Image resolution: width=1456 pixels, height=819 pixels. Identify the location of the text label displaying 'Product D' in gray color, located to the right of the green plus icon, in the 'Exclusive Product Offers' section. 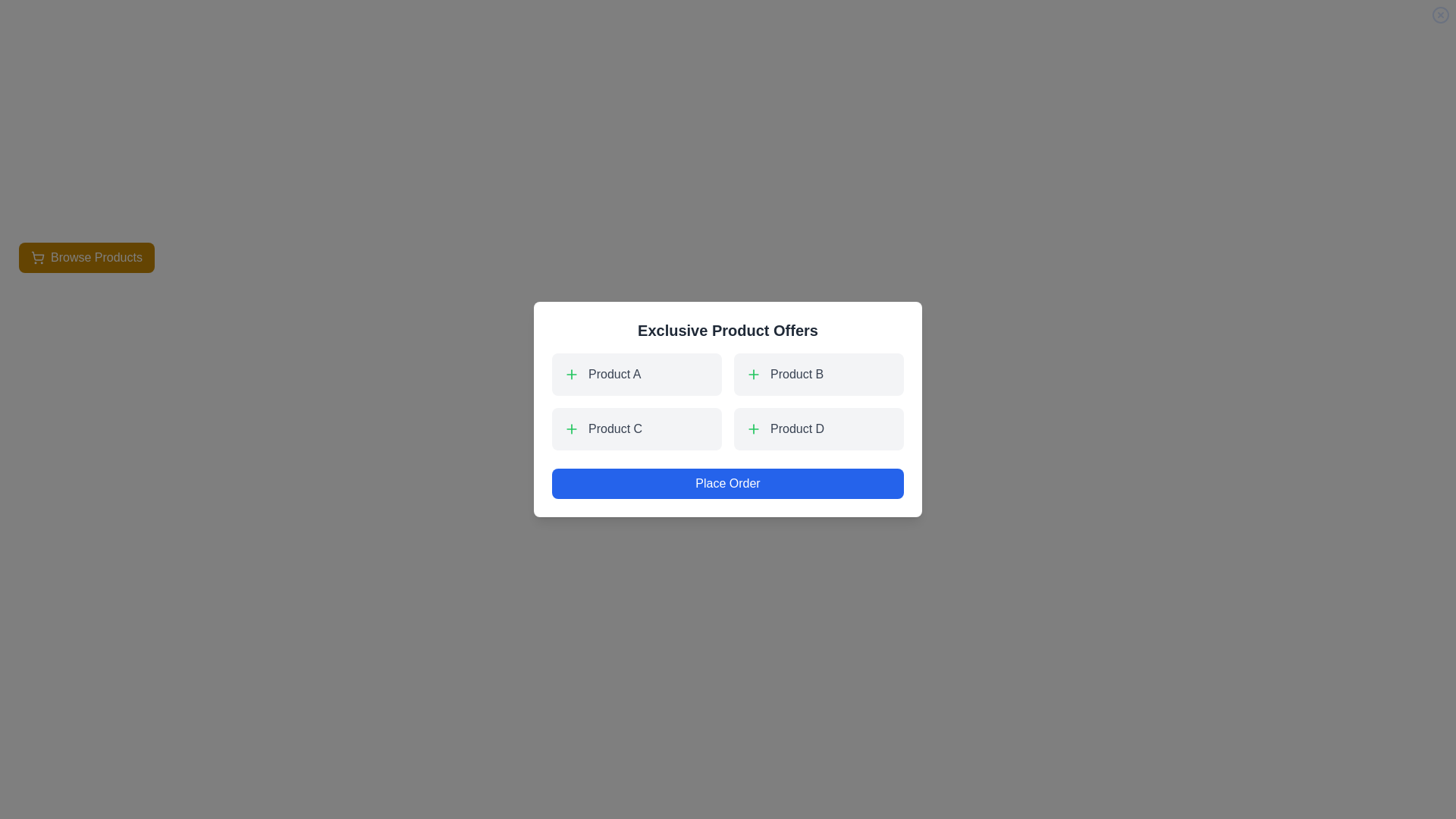
(796, 429).